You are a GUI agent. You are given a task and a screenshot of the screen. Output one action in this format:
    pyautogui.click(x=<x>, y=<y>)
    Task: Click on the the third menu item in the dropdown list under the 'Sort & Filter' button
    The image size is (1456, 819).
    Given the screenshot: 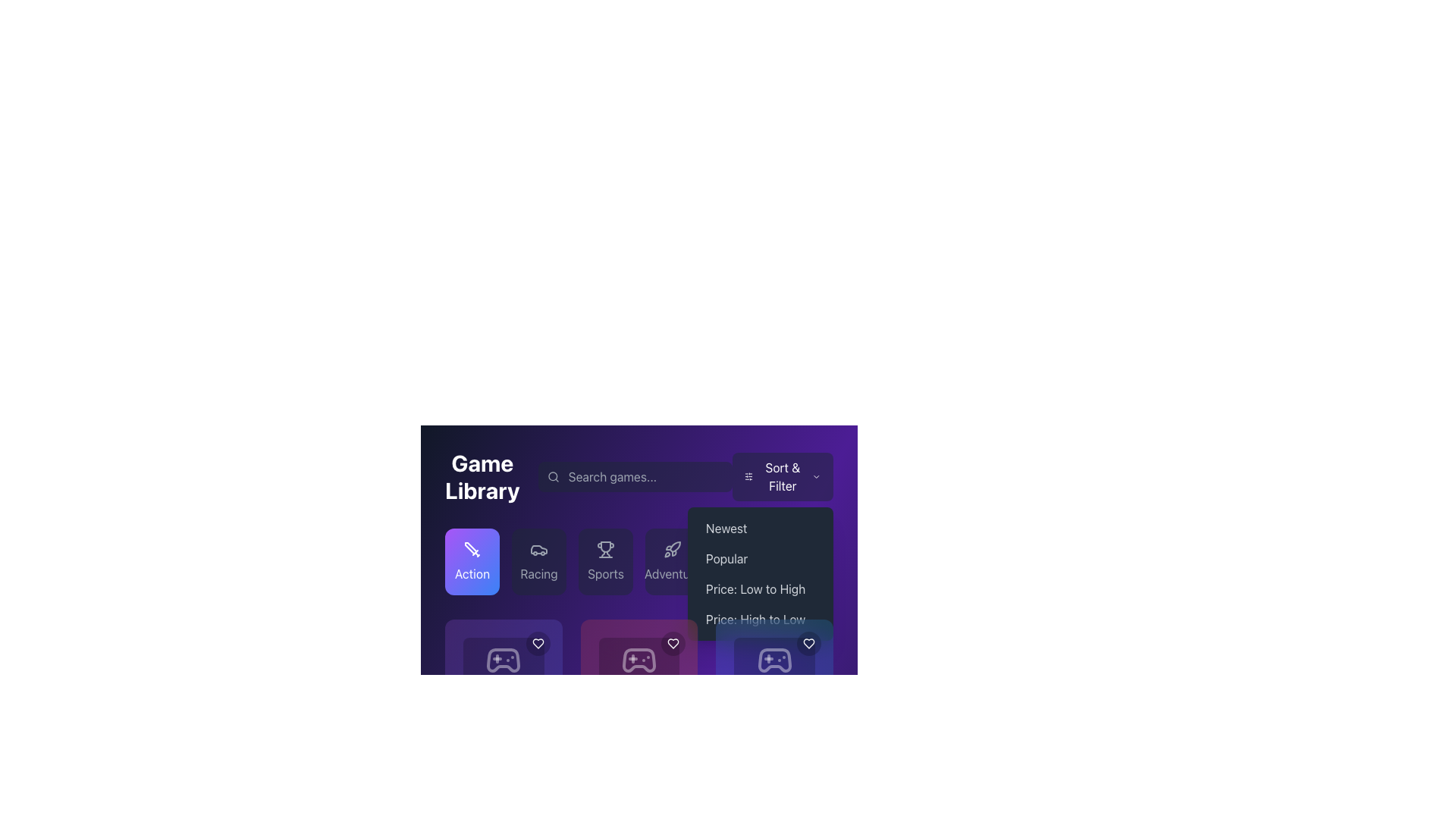 What is the action you would take?
    pyautogui.click(x=761, y=573)
    